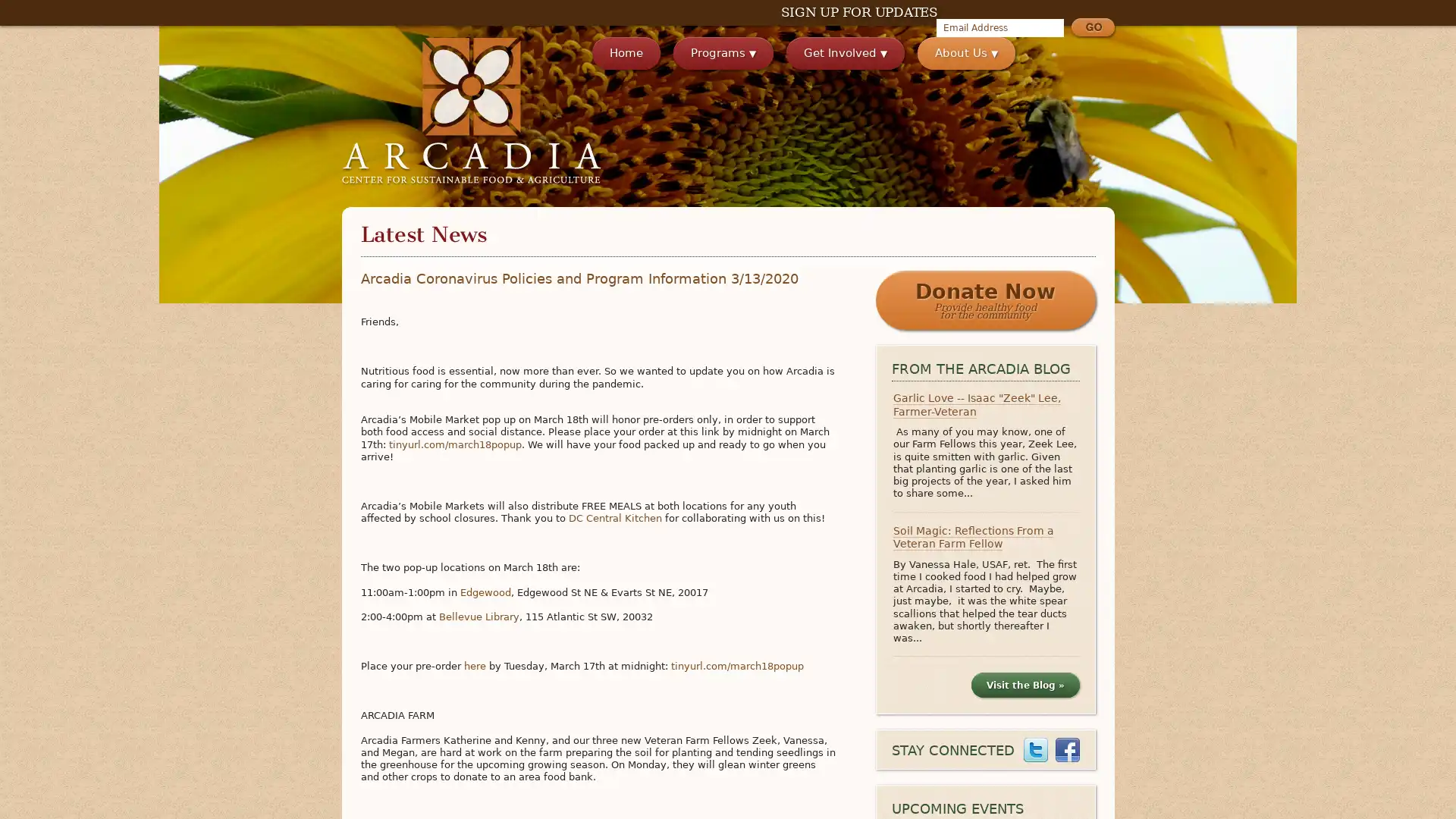 The height and width of the screenshot is (819, 1456). I want to click on Submit, so click(1092, 29).